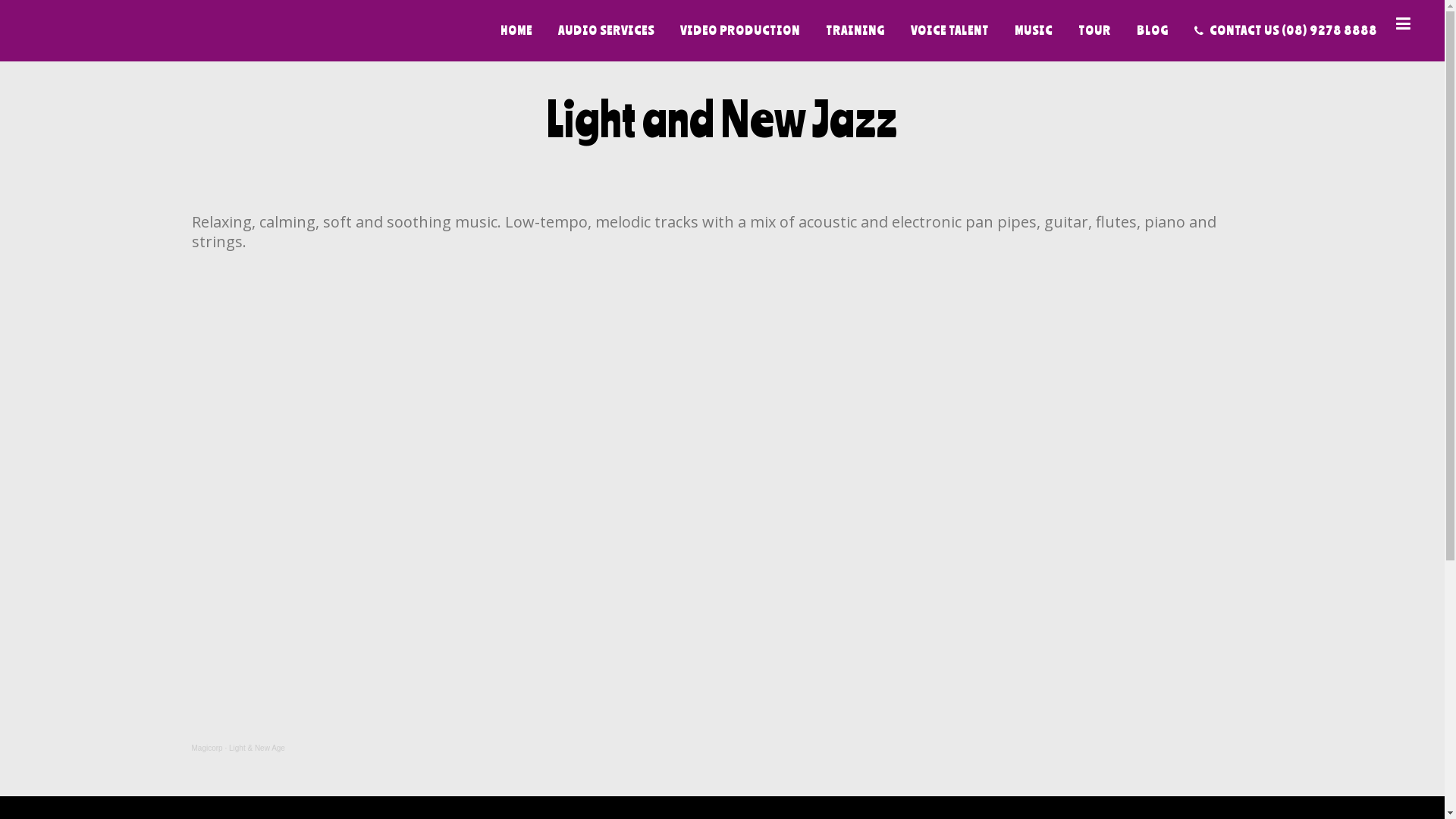  I want to click on 'BLOG', so click(1153, 30).